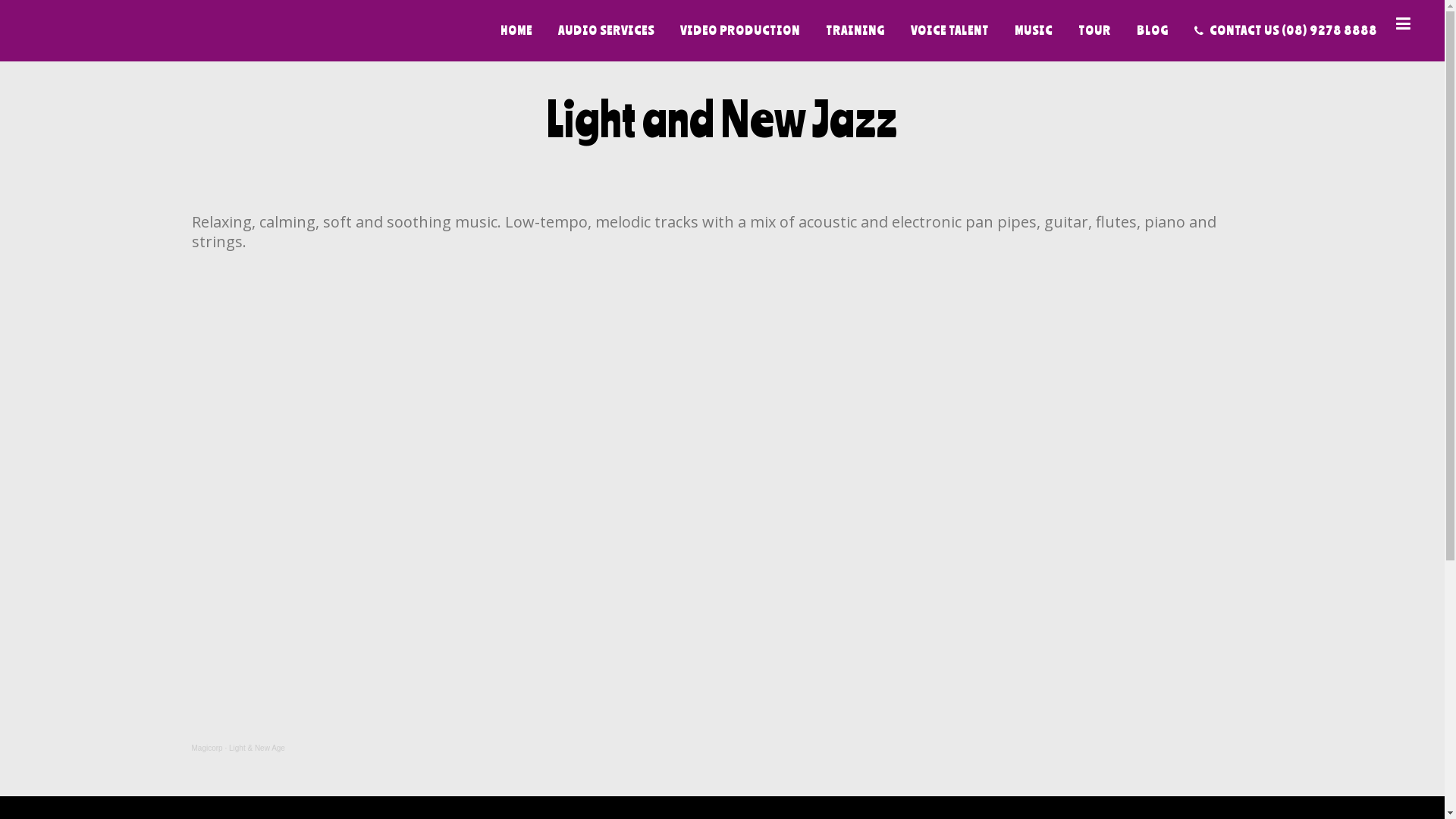  I want to click on 'BLOG', so click(1153, 30).